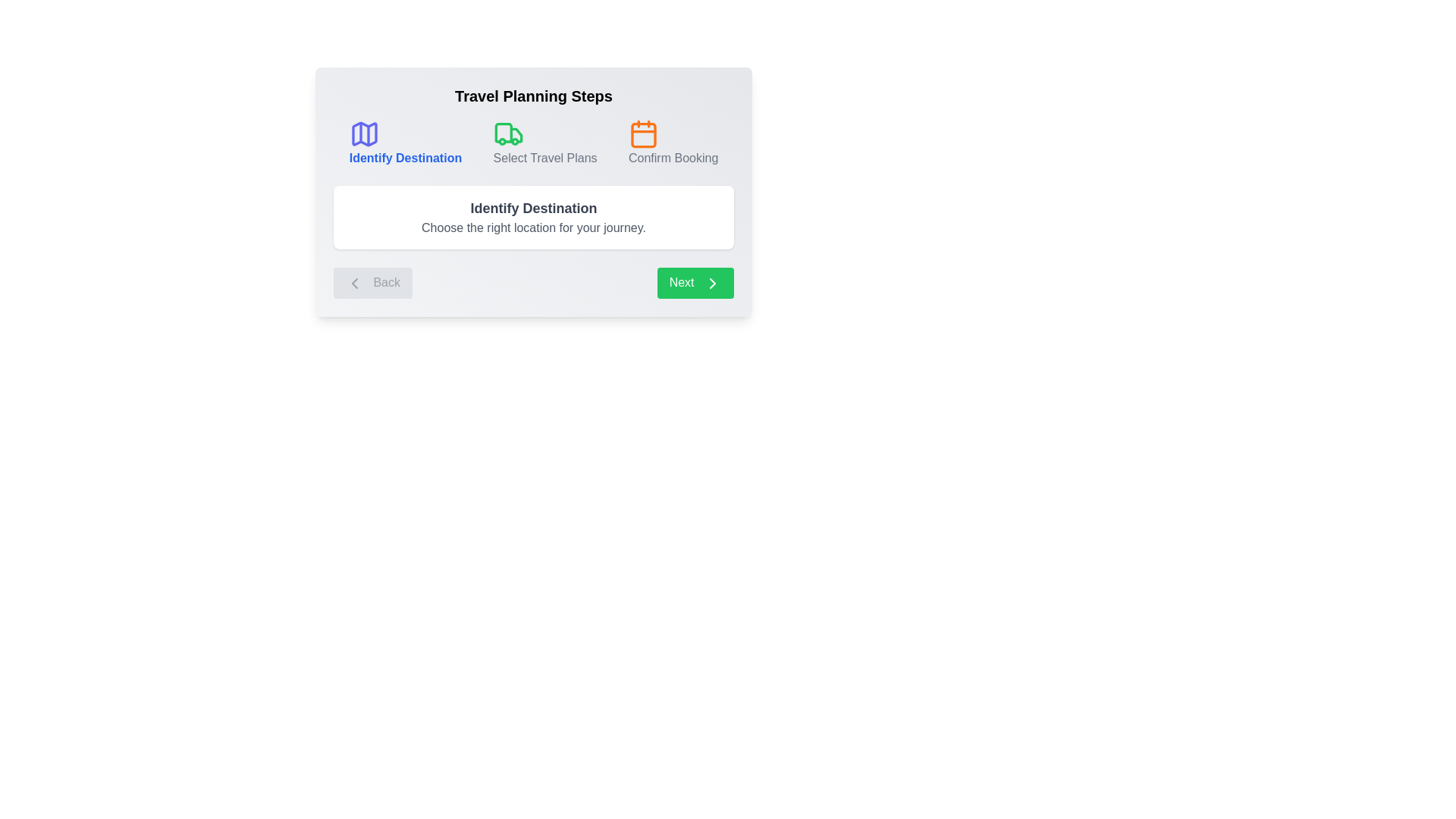  I want to click on the label indicating the second step in the travel planning process, which is located beneath the vehicle icon in the 'Travel Planning Steps' row, so click(545, 158).